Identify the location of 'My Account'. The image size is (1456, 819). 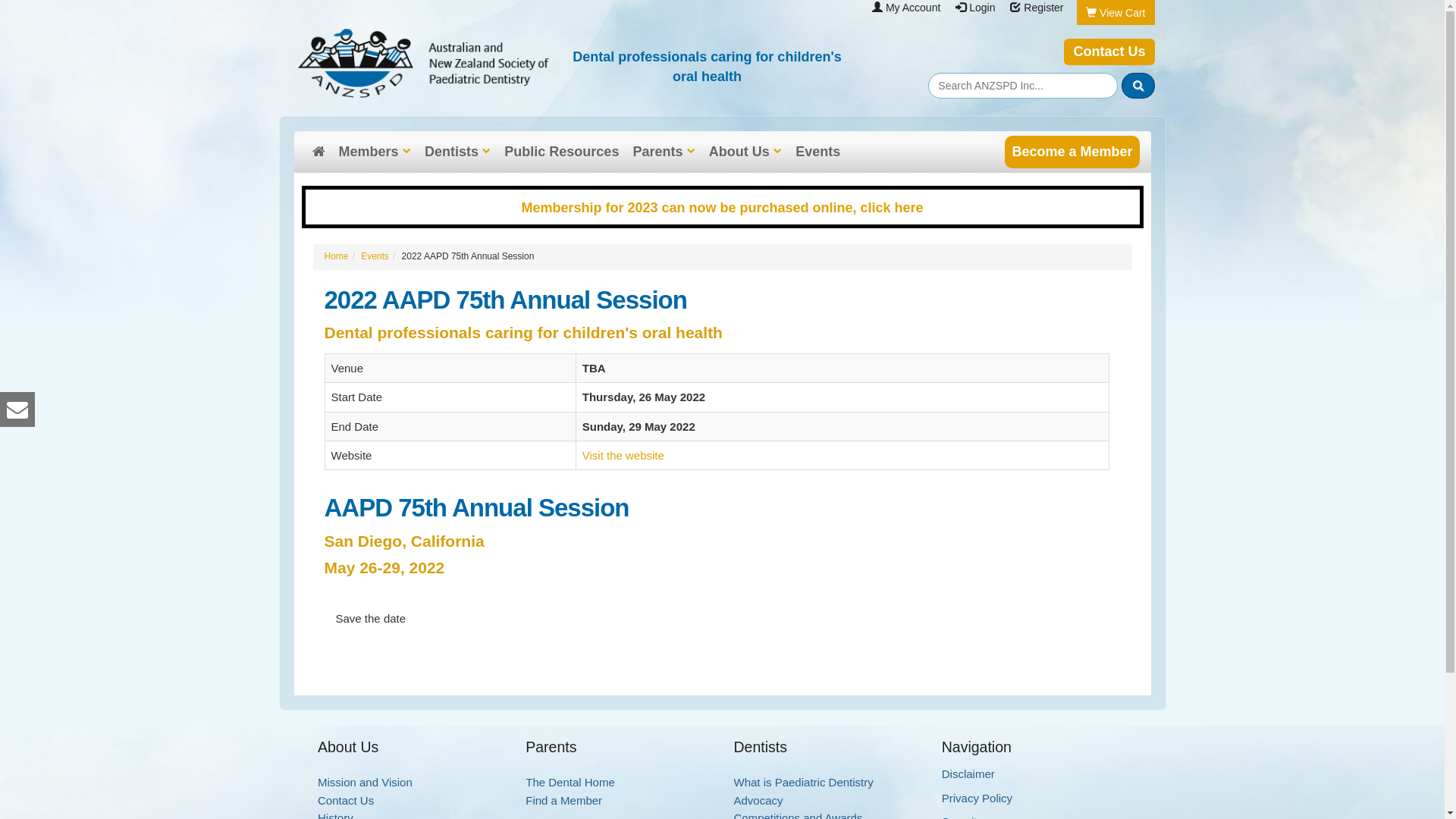
(912, 8).